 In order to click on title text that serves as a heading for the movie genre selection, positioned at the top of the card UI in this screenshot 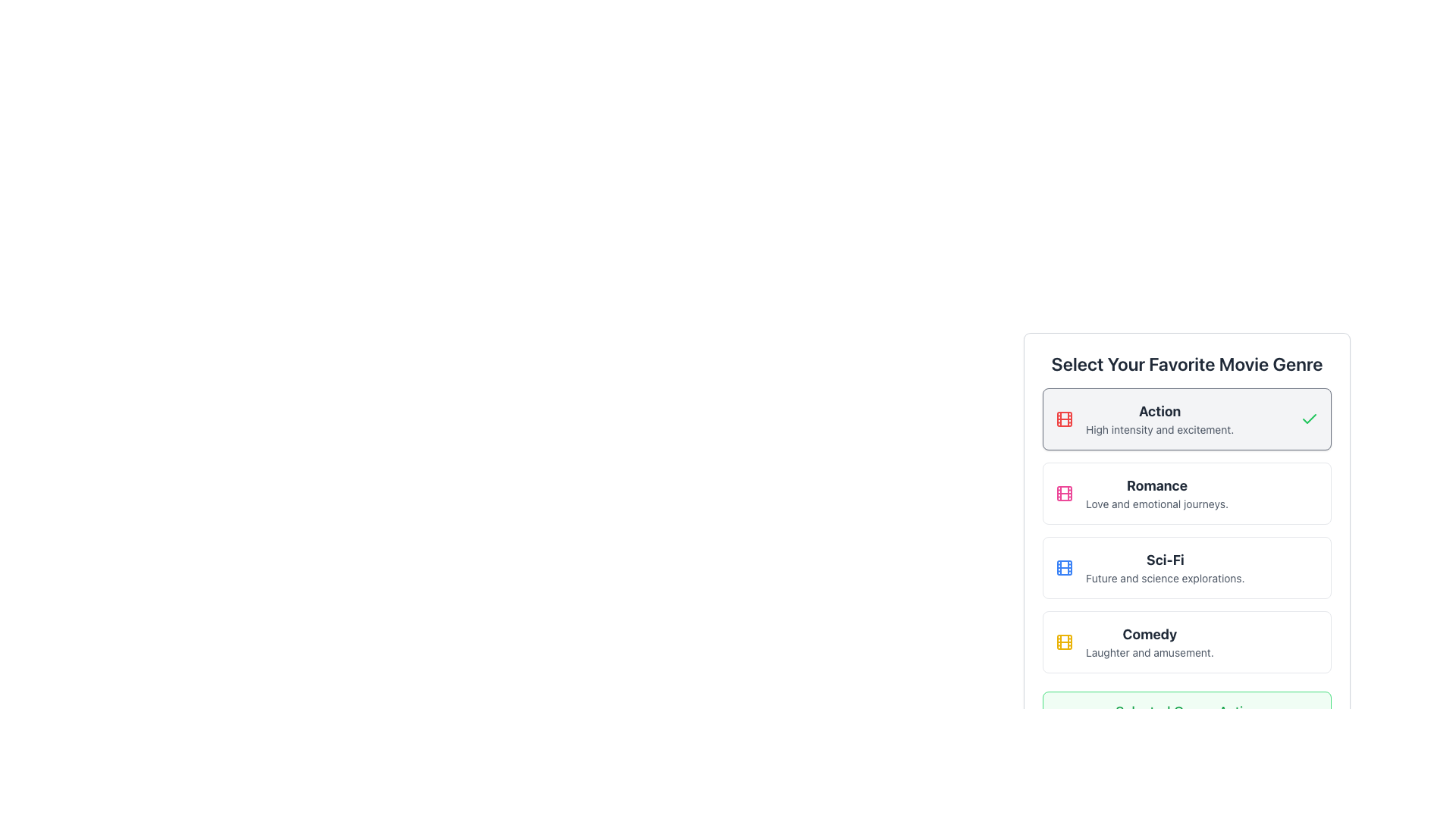, I will do `click(1186, 363)`.